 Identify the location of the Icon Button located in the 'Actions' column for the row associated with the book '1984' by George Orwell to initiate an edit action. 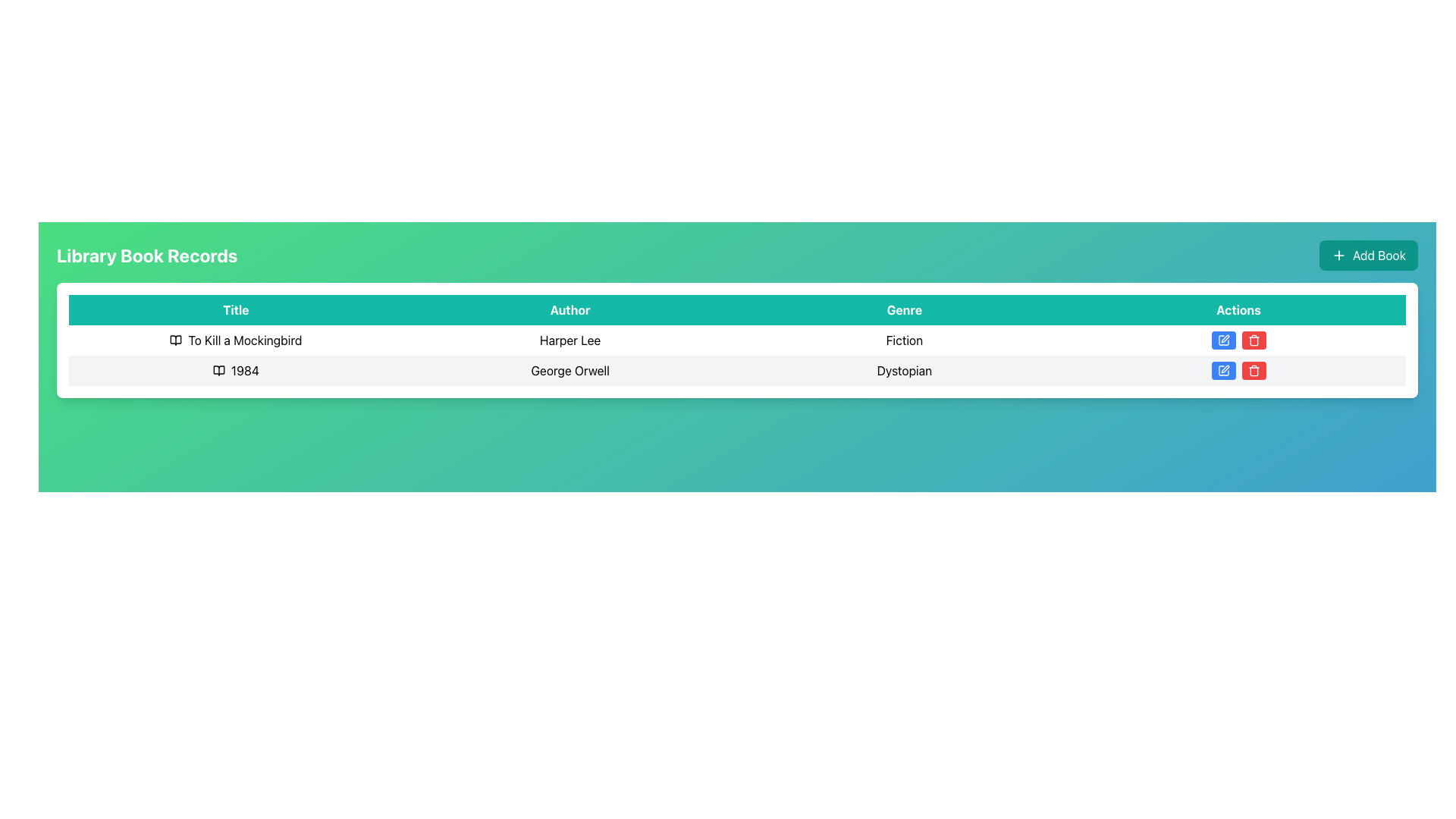
(1223, 371).